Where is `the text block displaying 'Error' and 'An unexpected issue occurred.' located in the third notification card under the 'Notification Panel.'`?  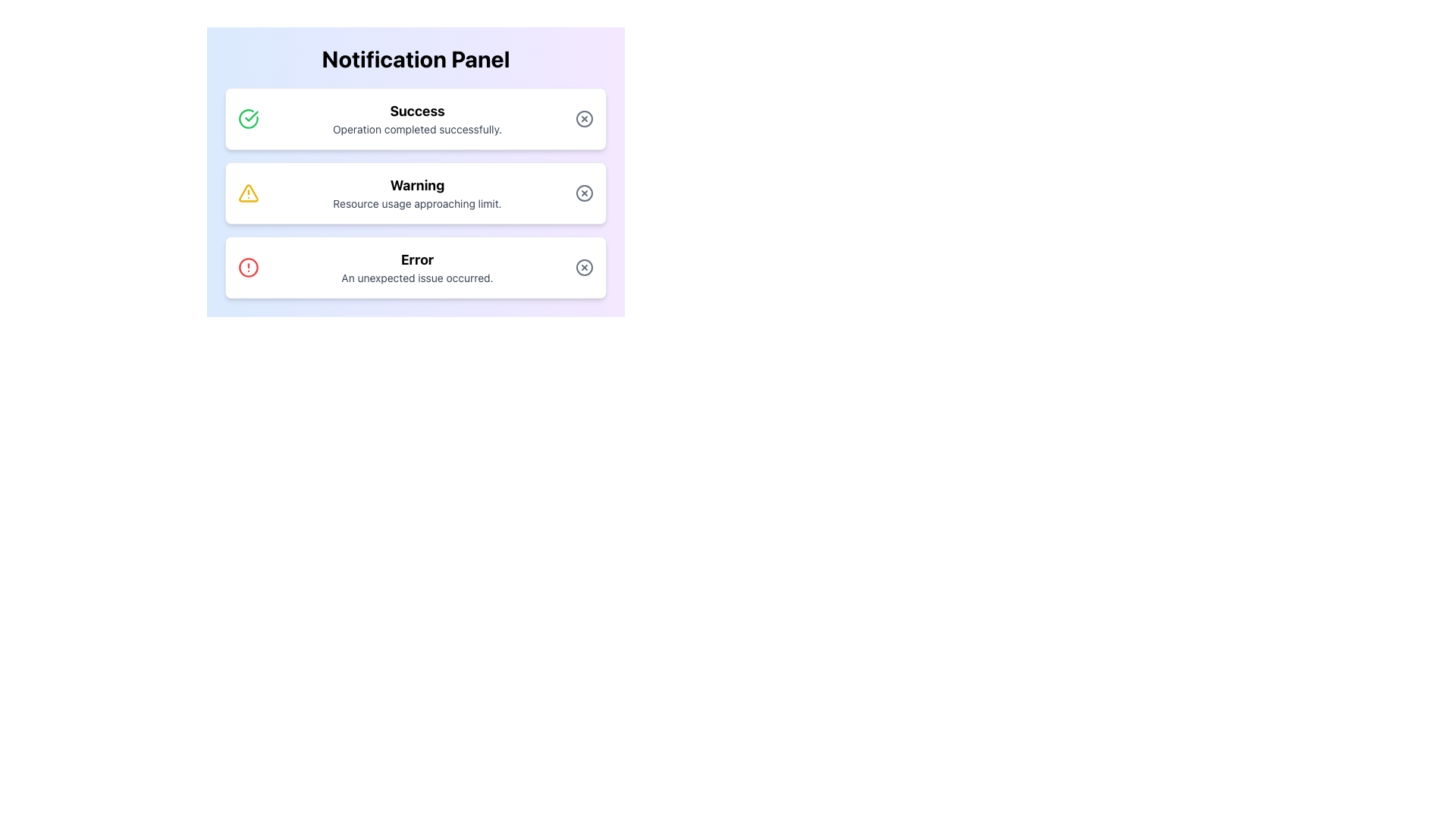
the text block displaying 'Error' and 'An unexpected issue occurred.' located in the third notification card under the 'Notification Panel.' is located at coordinates (417, 267).